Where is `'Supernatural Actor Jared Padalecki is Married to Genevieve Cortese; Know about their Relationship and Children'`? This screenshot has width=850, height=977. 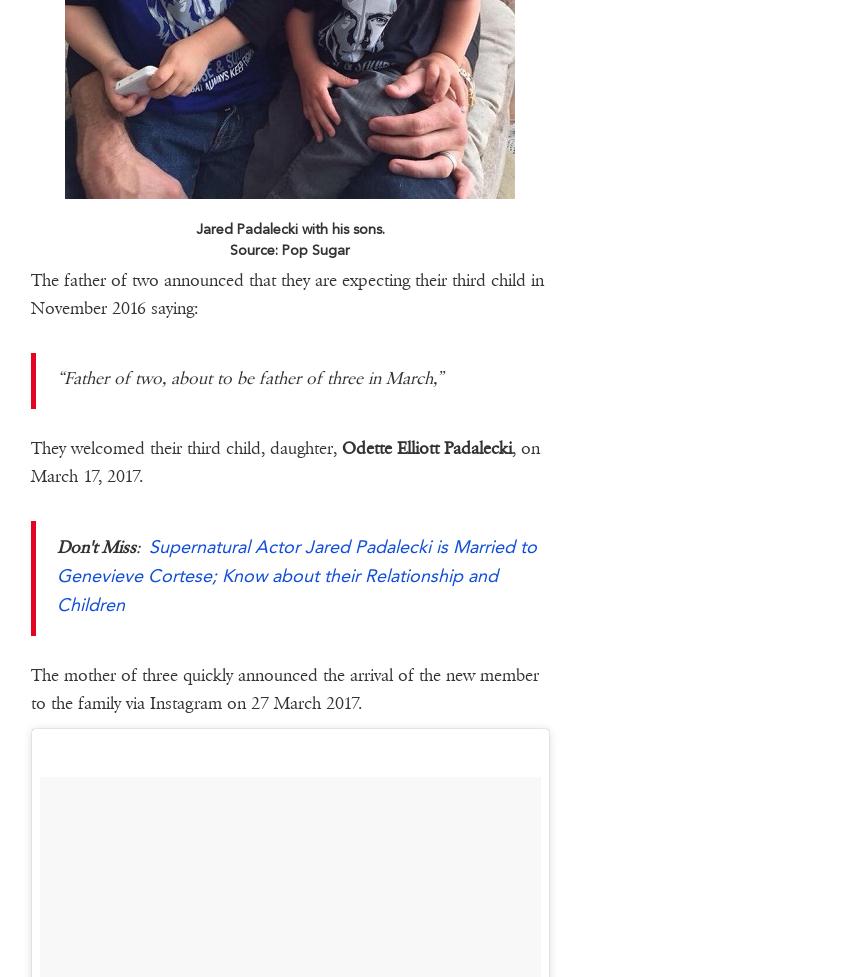 'Supernatural Actor Jared Padalecki is Married to Genevieve Cortese; Know about their Relationship and Children' is located at coordinates (294, 573).